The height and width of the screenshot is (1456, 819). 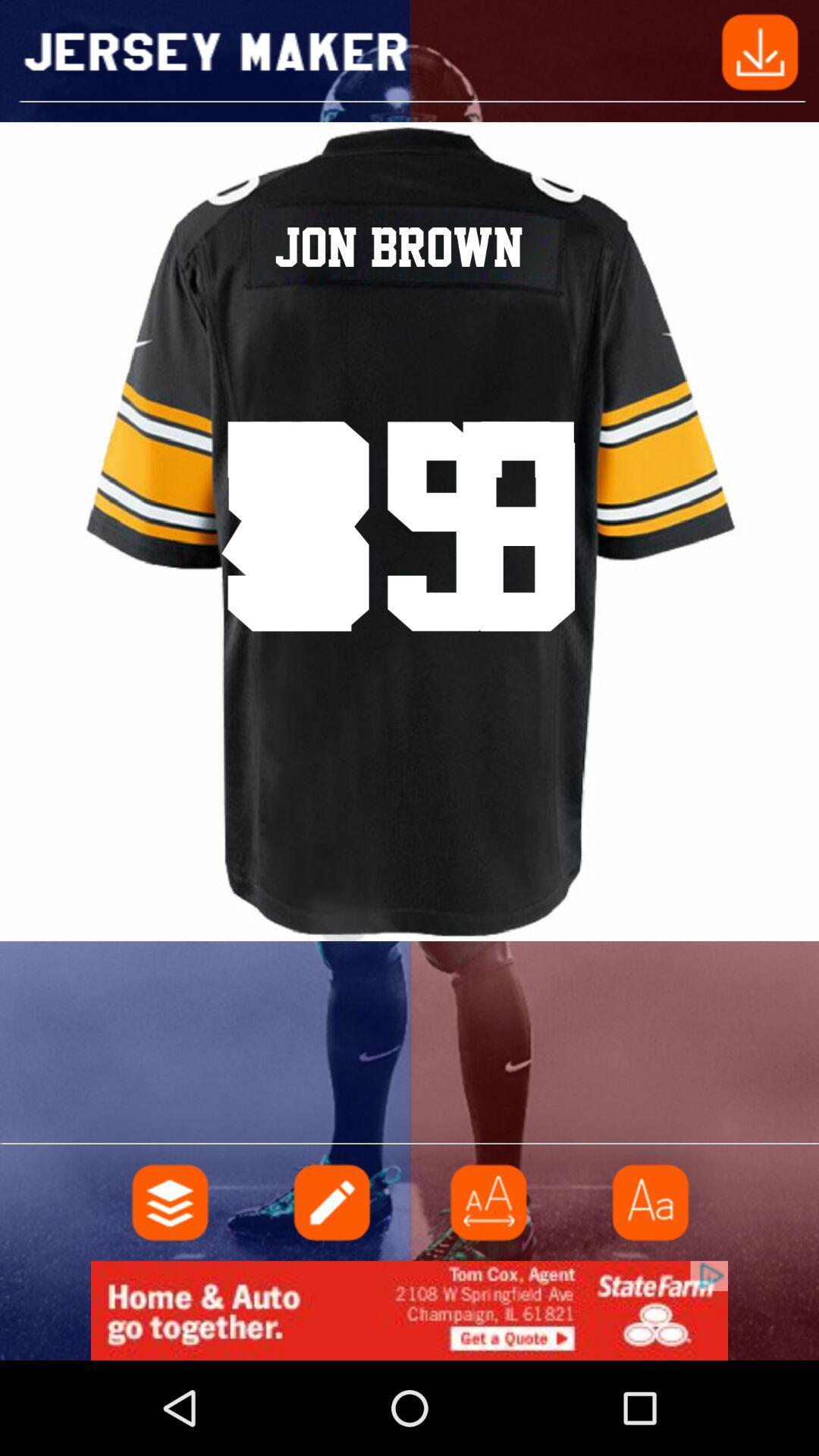 I want to click on caps, so click(x=648, y=1201).